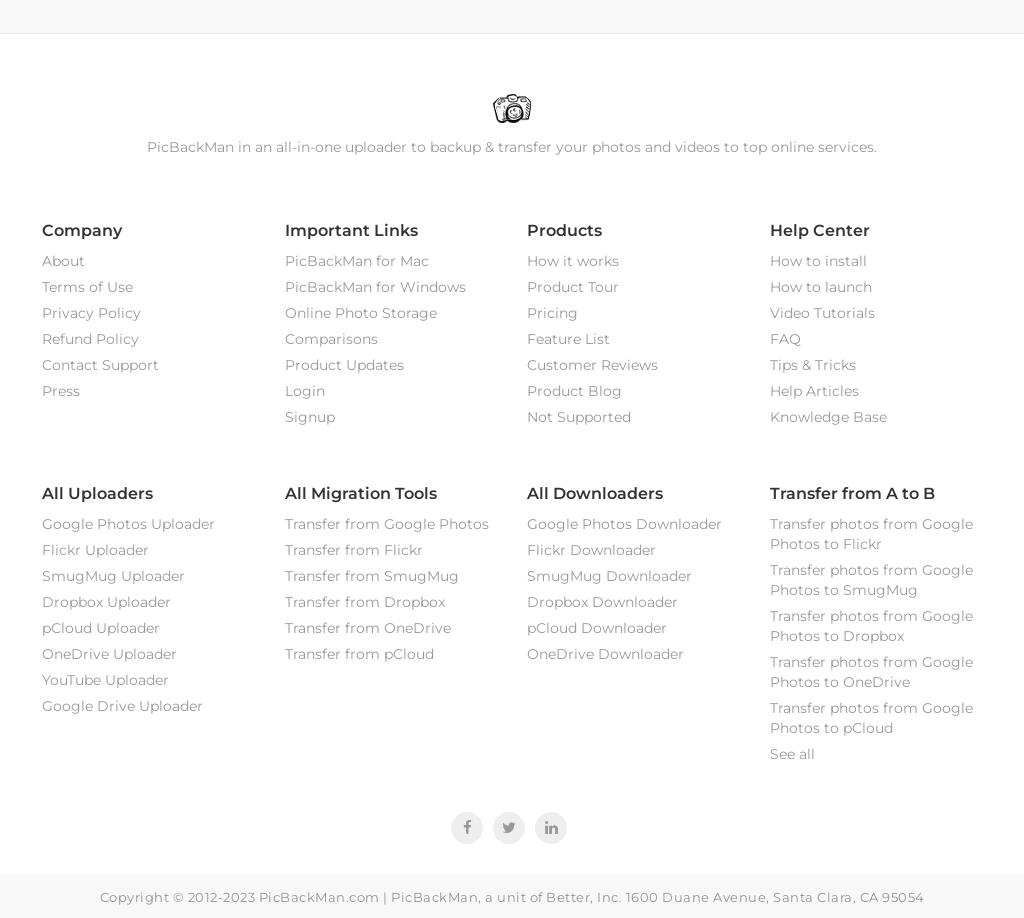 This screenshot has height=918, width=1024. Describe the element at coordinates (510, 894) in the screenshot. I see `'Copyright © 2012-2023 PicBackMan.com | PicBackMan, a unit of Better, Inc. 1600 Duane Avenue, Santa Clara, CA 95054'` at that location.